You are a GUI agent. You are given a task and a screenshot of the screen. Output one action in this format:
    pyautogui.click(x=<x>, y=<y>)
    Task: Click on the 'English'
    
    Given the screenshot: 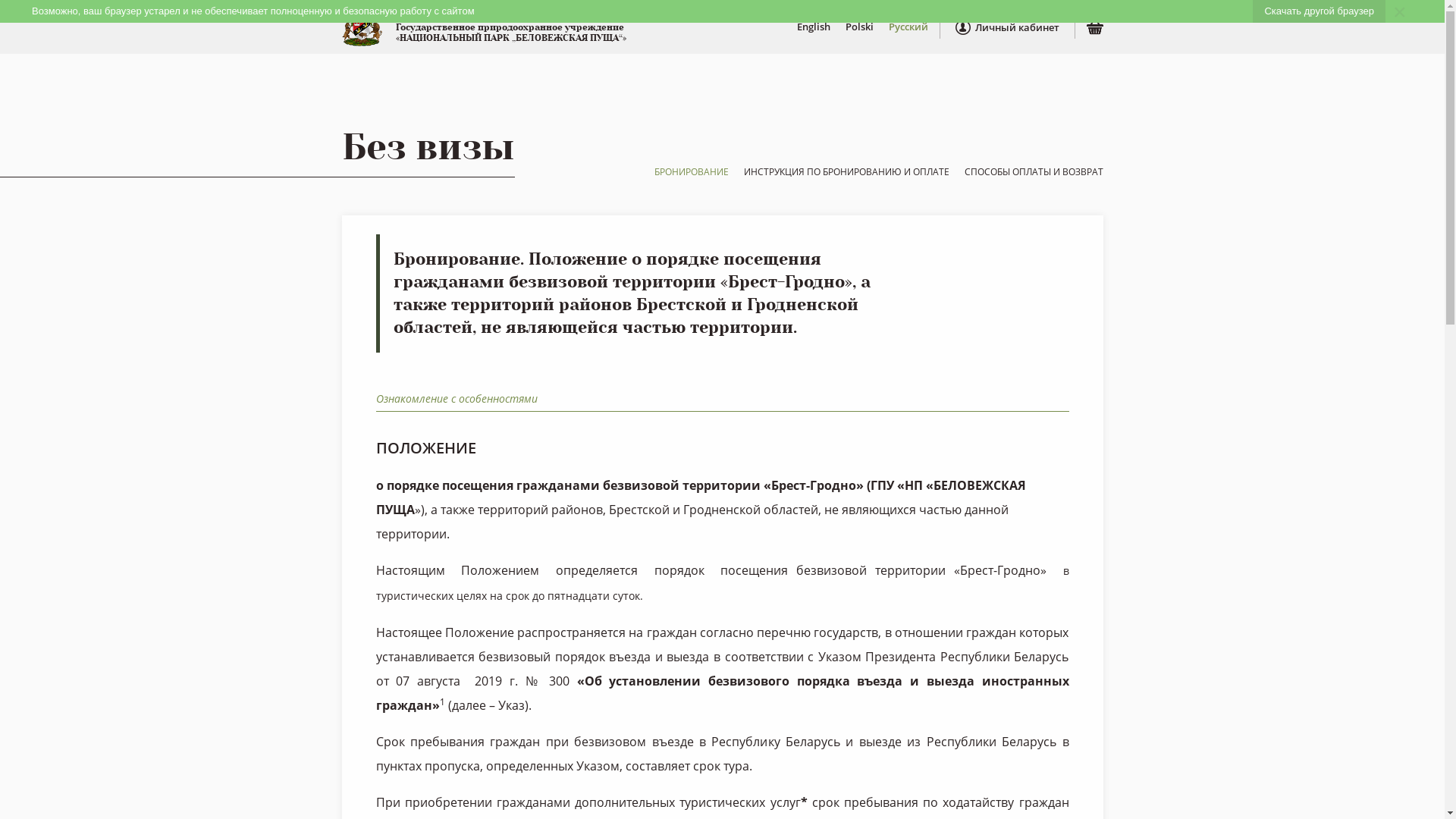 What is the action you would take?
    pyautogui.click(x=811, y=27)
    